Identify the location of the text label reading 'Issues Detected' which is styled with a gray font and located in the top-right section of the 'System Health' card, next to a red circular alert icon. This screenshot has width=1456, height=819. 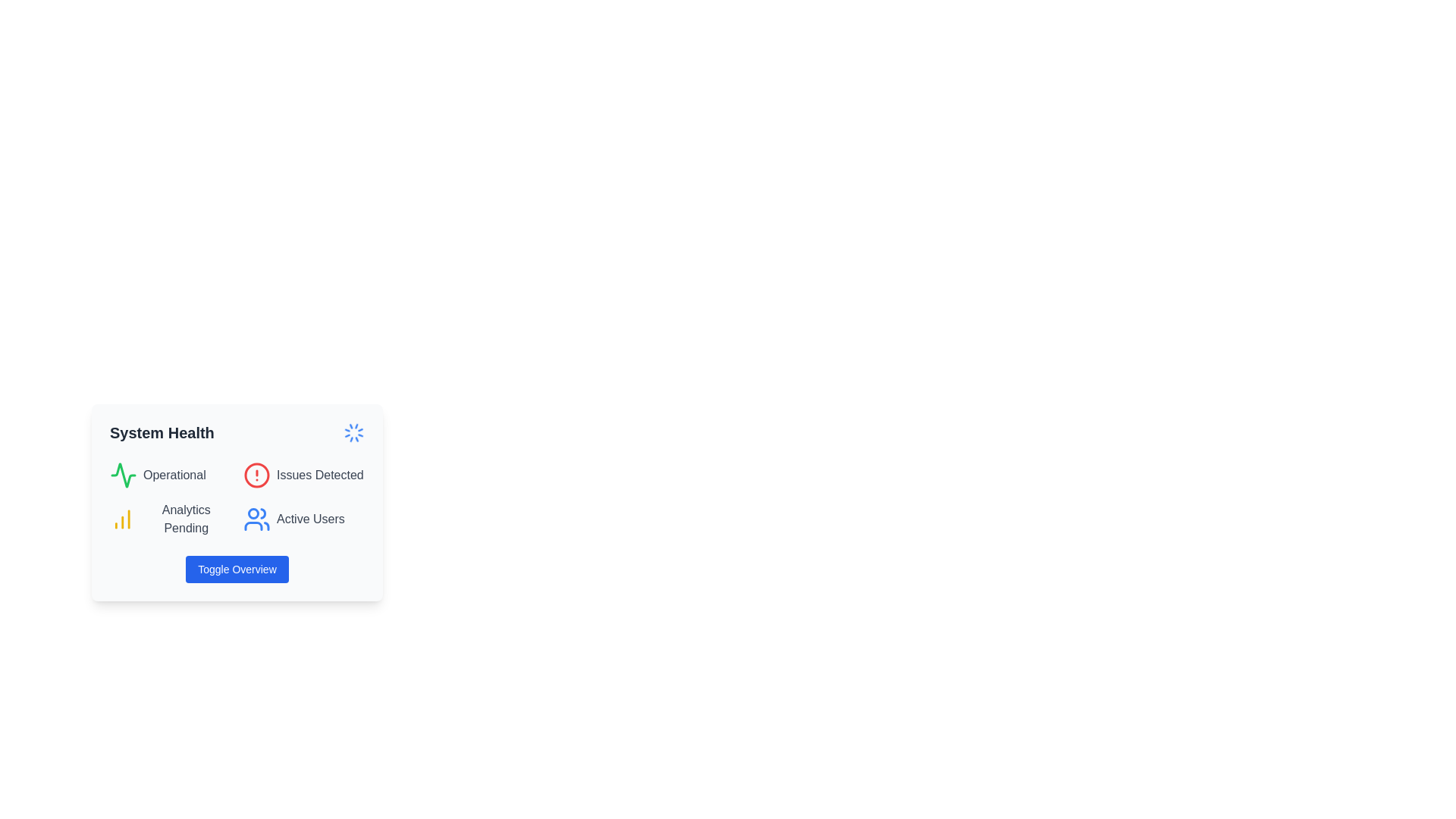
(319, 475).